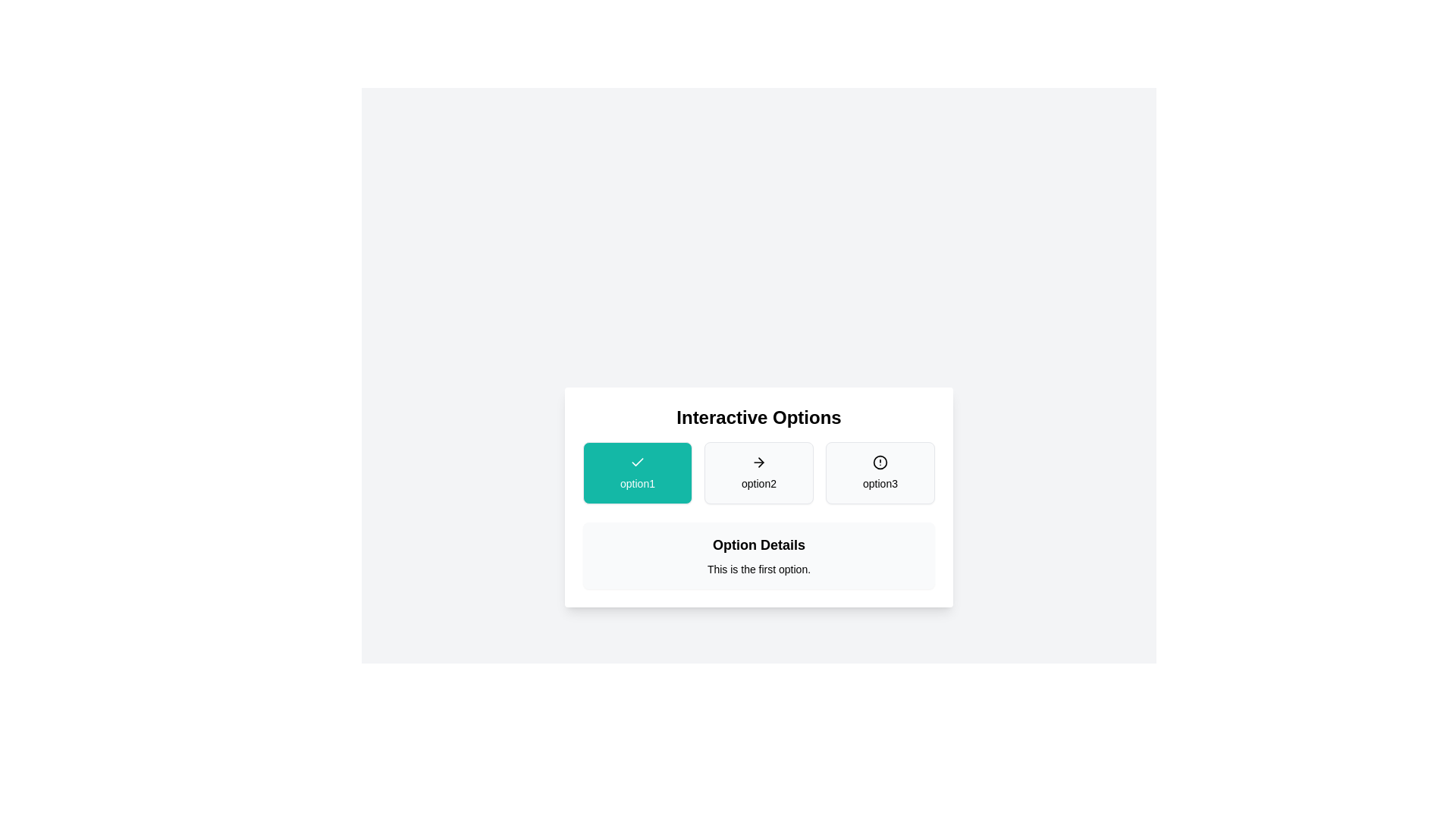 This screenshot has height=819, width=1456. Describe the element at coordinates (759, 472) in the screenshot. I see `the button labeled 'option2', which is a rectangular button with a white background and light grey border, featuring a rightward arrow icon above the text` at that location.